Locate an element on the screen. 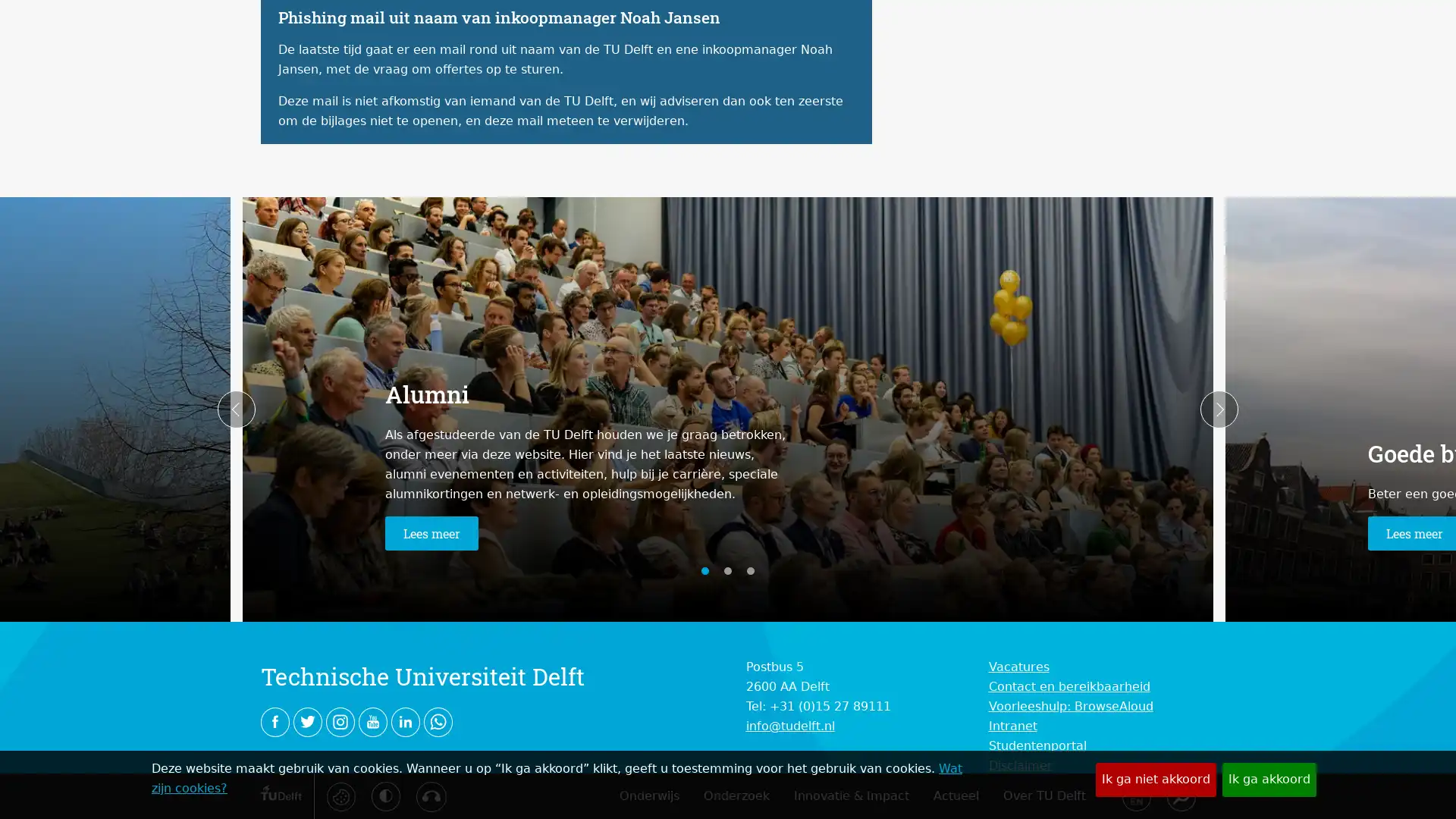 Image resolution: width=1456 pixels, height=819 pixels. Luister met de ReachDeck-werkbalk is located at coordinates (429, 795).